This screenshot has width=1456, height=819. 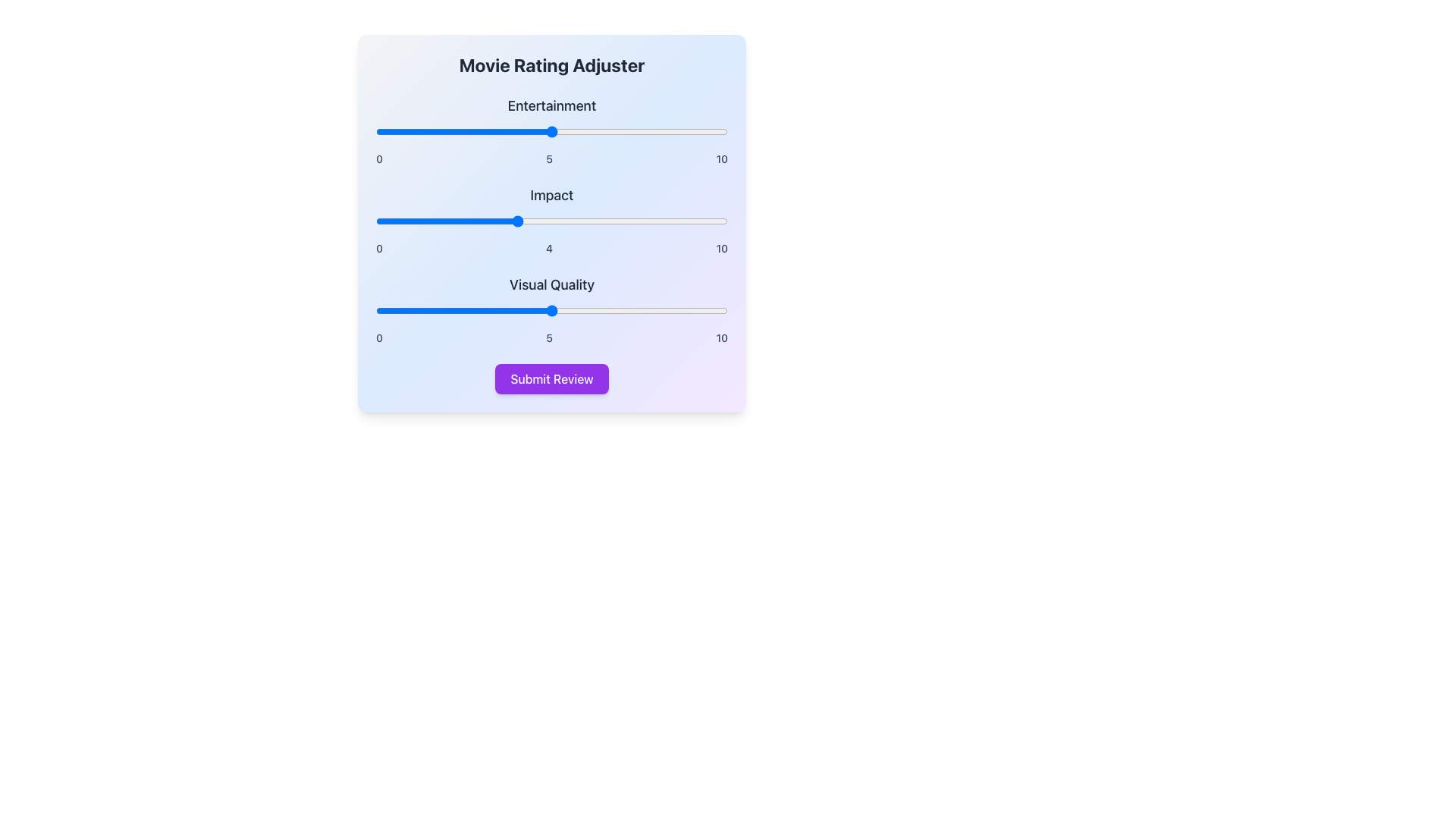 What do you see at coordinates (692, 130) in the screenshot?
I see `the entertainment value` at bounding box center [692, 130].